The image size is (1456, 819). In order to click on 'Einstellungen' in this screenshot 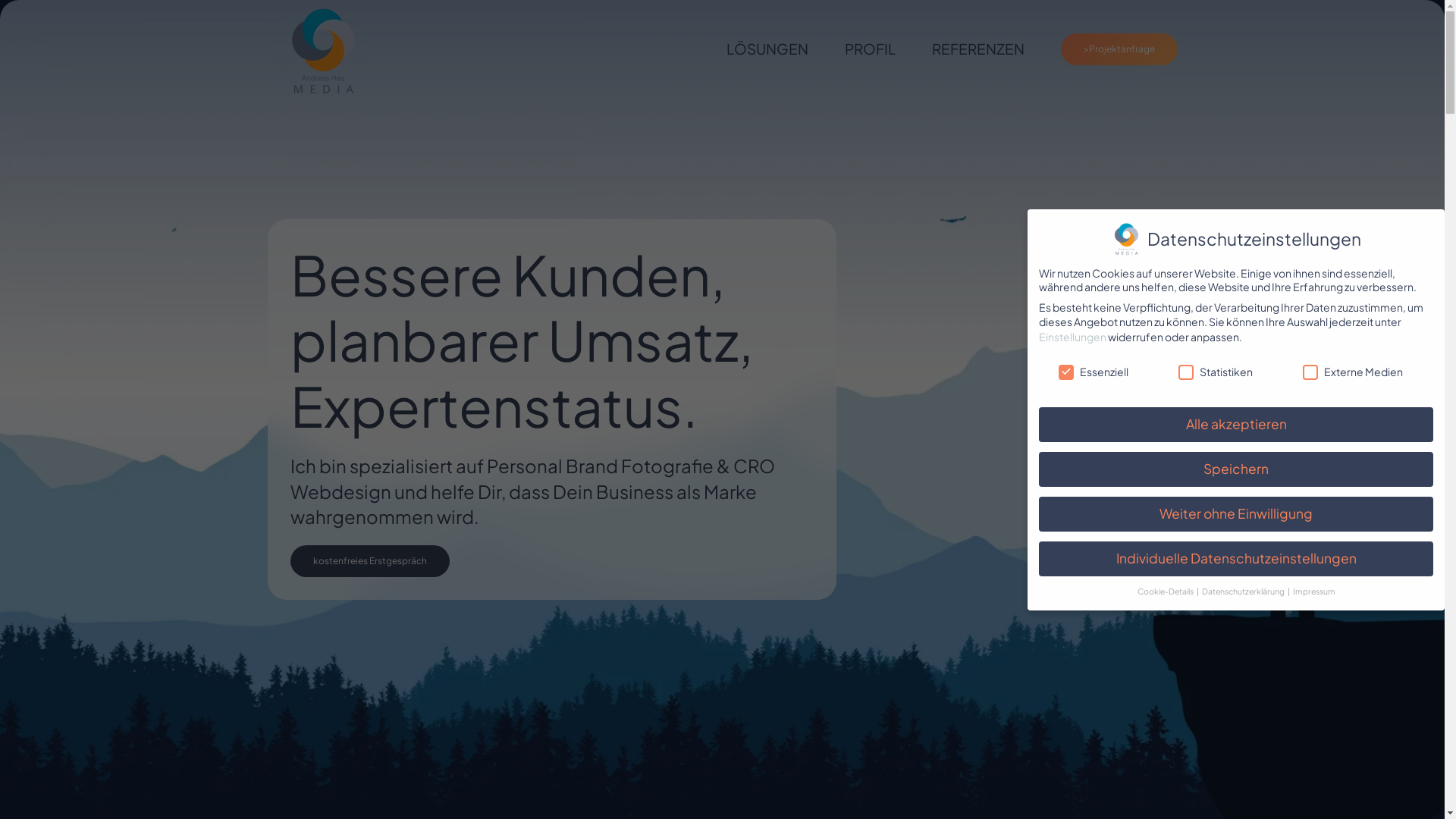, I will do `click(1072, 335)`.